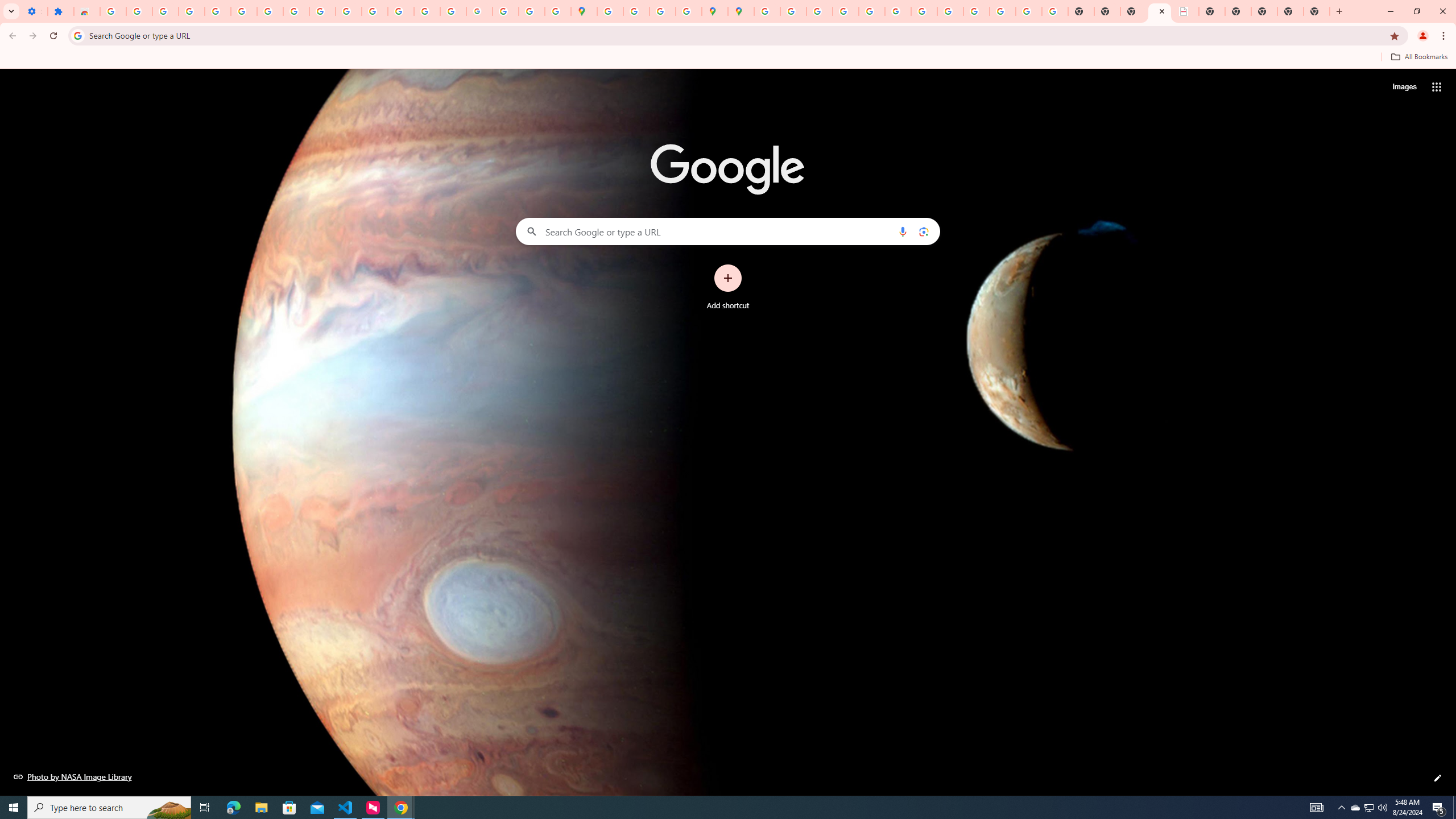  What do you see at coordinates (845, 11) in the screenshot?
I see `'Privacy Help Center - Policies Help'` at bounding box center [845, 11].